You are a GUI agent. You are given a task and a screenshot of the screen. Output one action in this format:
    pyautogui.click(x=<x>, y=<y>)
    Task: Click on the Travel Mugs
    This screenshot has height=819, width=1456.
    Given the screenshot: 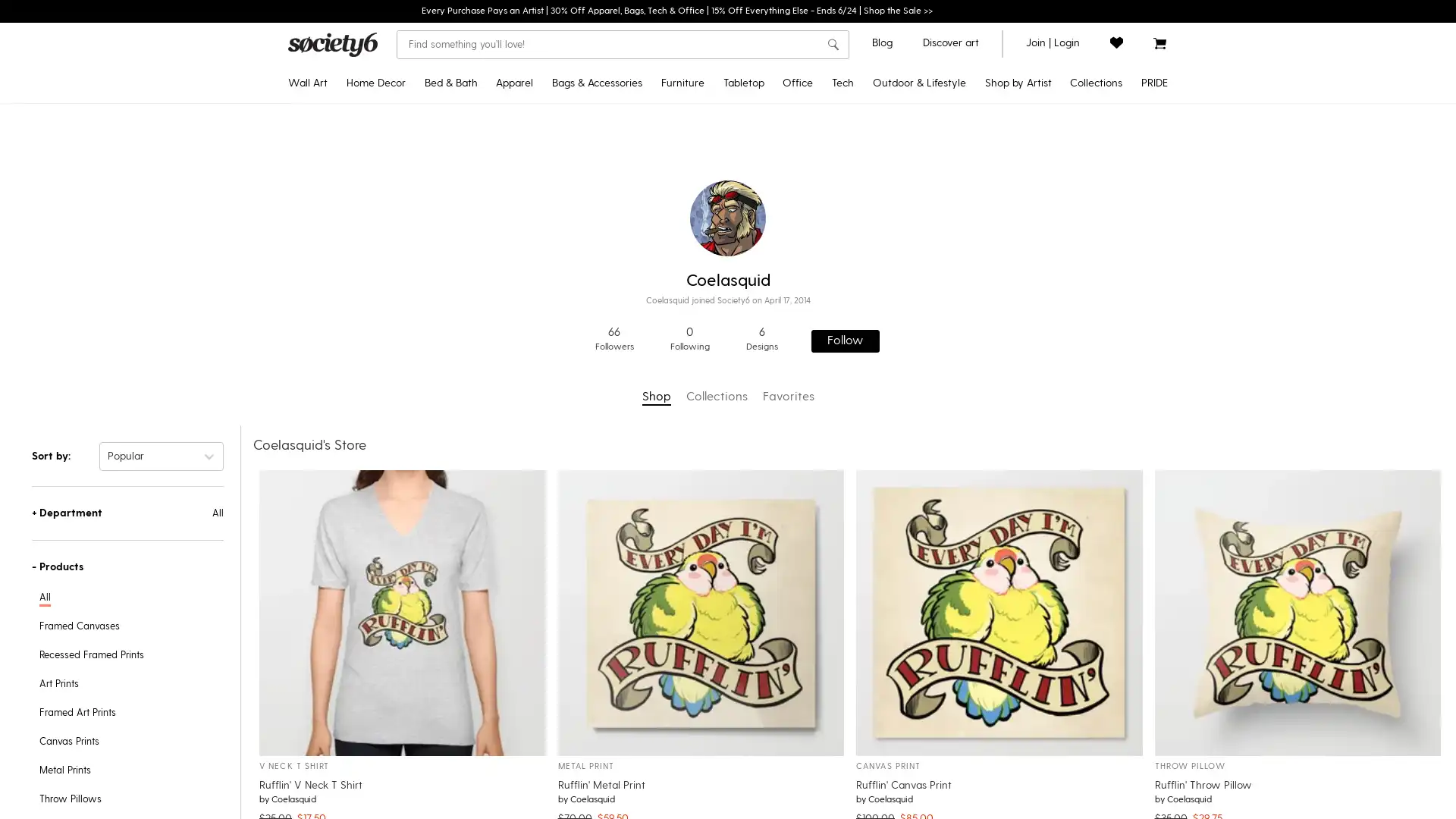 What is the action you would take?
    pyautogui.click(x=771, y=146)
    